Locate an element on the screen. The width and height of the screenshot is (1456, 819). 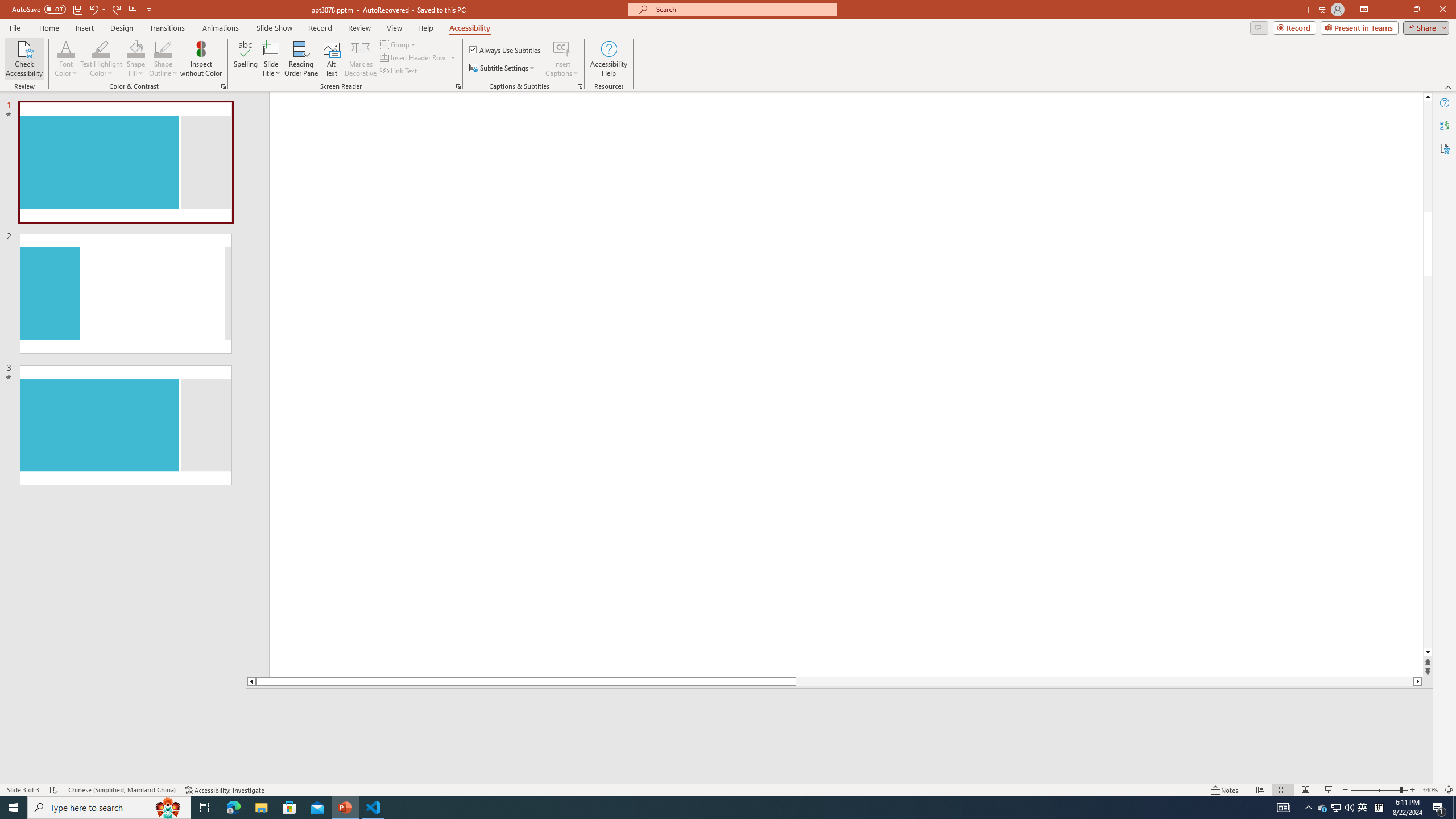
'Accessibility Help' is located at coordinates (609, 59).